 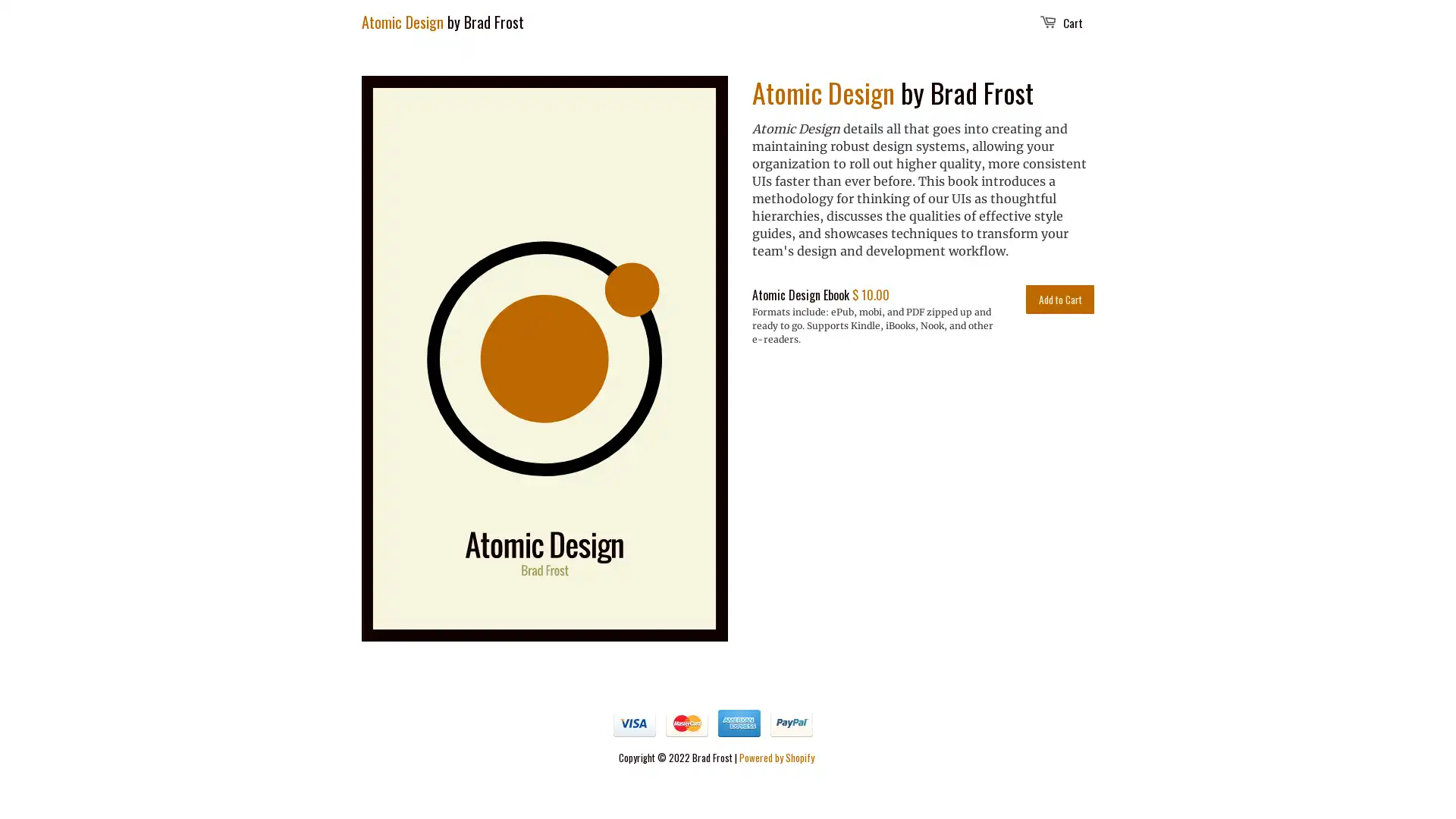 I want to click on Add to Cart, so click(x=1059, y=299).